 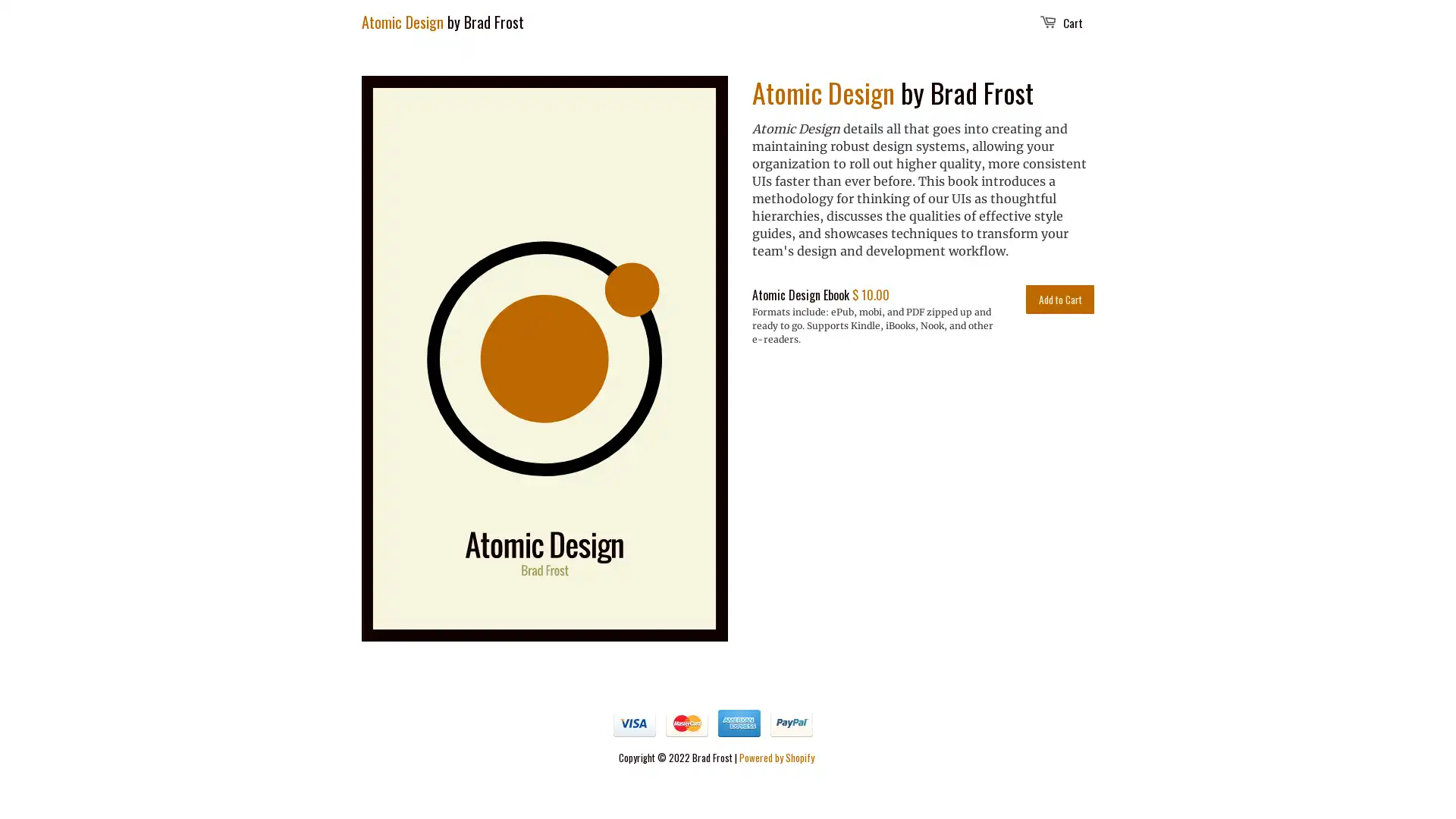 I want to click on Add to Cart, so click(x=1059, y=299).